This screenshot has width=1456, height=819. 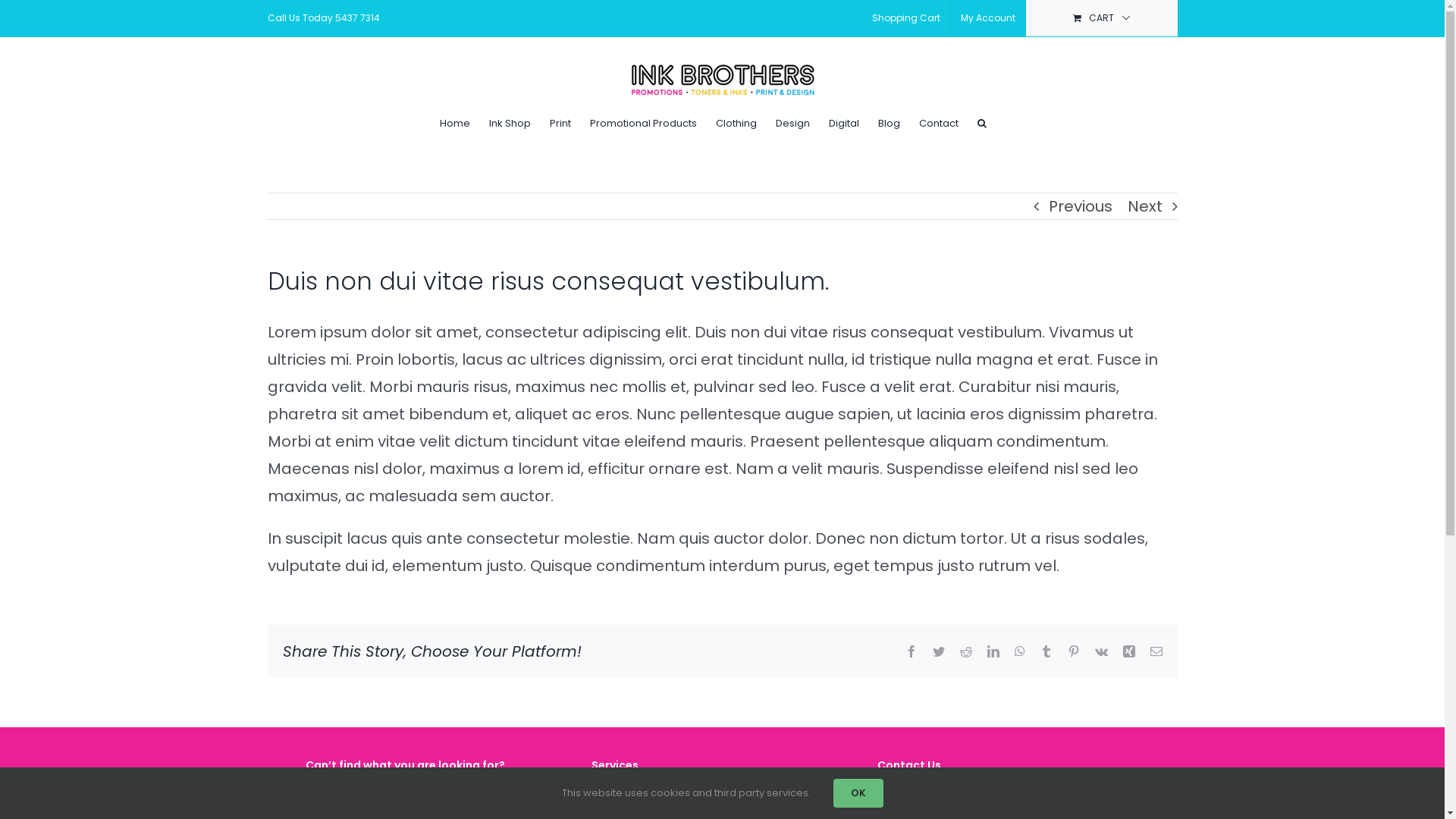 I want to click on 'LinkedIn', so click(x=993, y=651).